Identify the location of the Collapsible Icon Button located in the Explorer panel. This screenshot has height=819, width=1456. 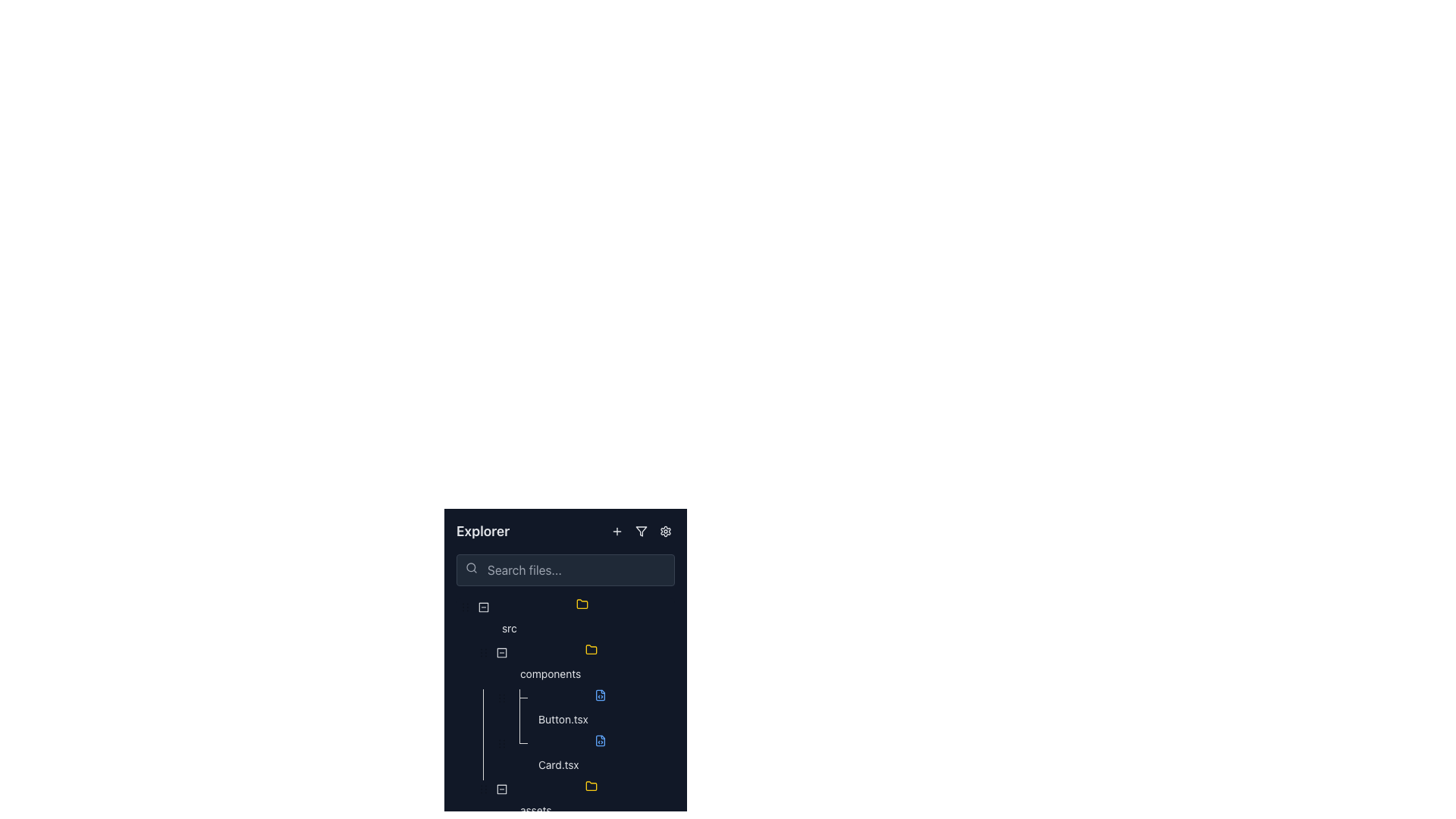
(502, 789).